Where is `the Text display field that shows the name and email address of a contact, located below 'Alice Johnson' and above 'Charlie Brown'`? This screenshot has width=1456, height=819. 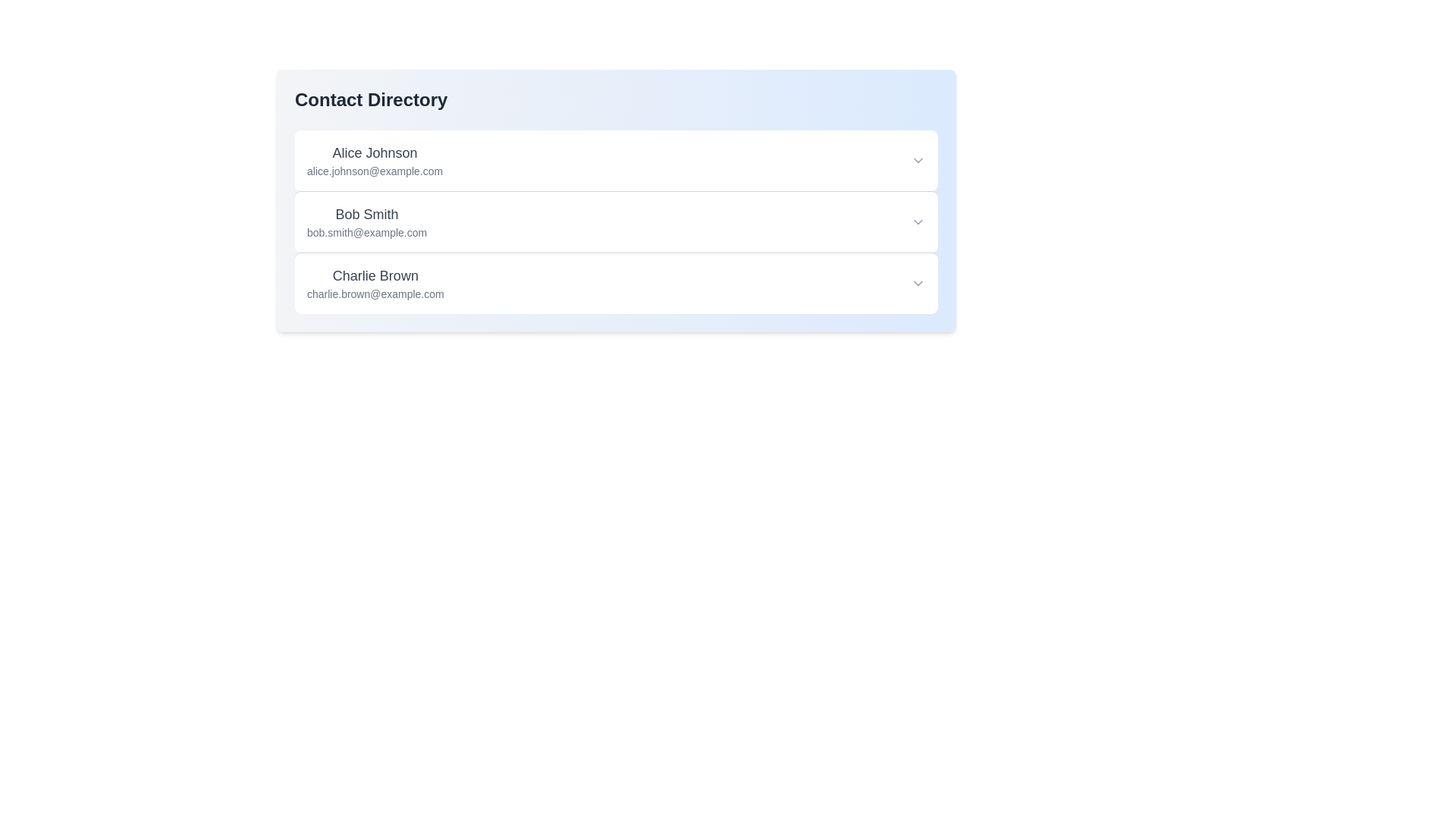
the Text display field that shows the name and email address of a contact, located below 'Alice Johnson' and above 'Charlie Brown' is located at coordinates (367, 222).